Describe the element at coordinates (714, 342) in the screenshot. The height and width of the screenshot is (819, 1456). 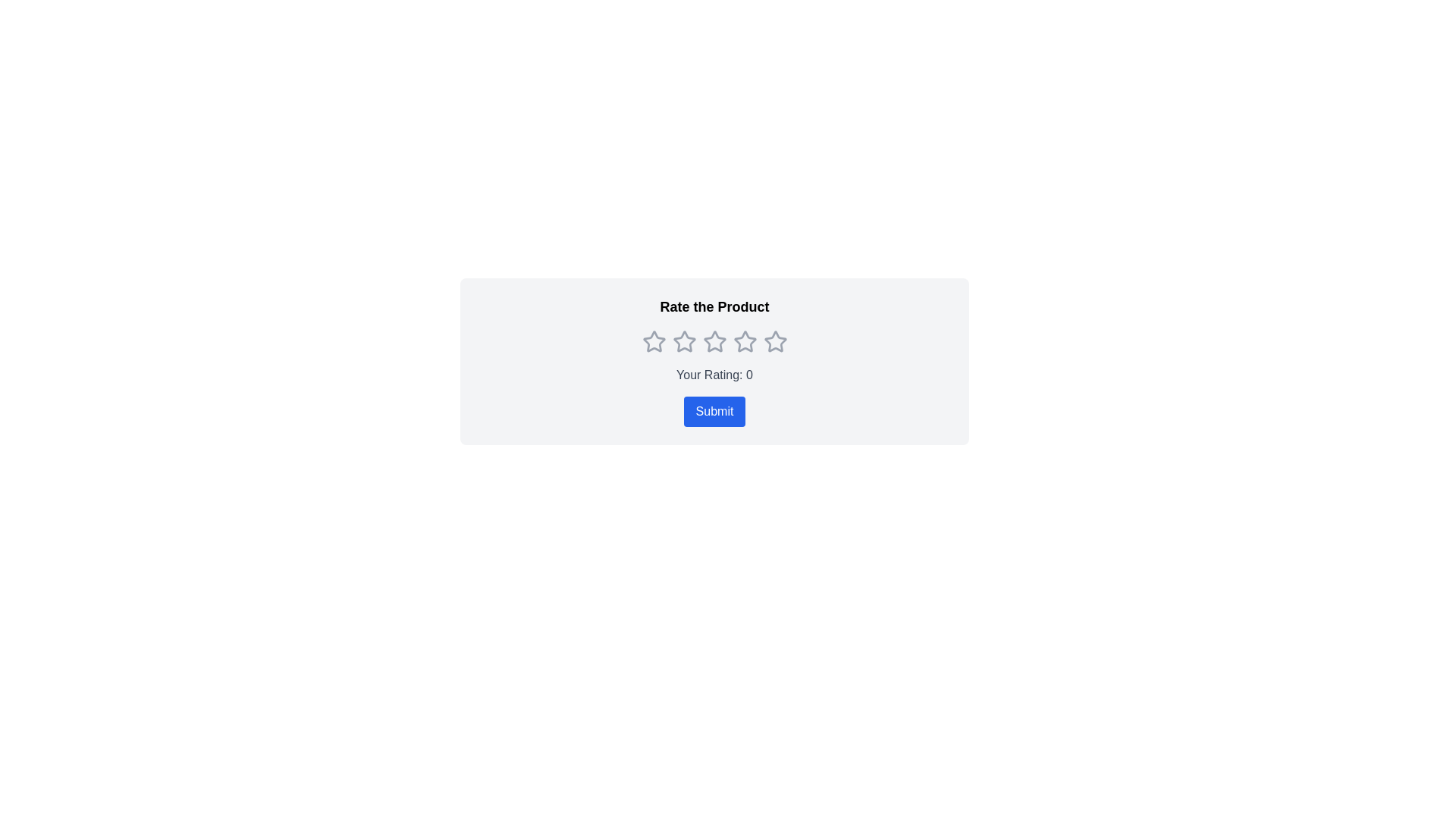
I see `the third star in the five-star rating system` at that location.